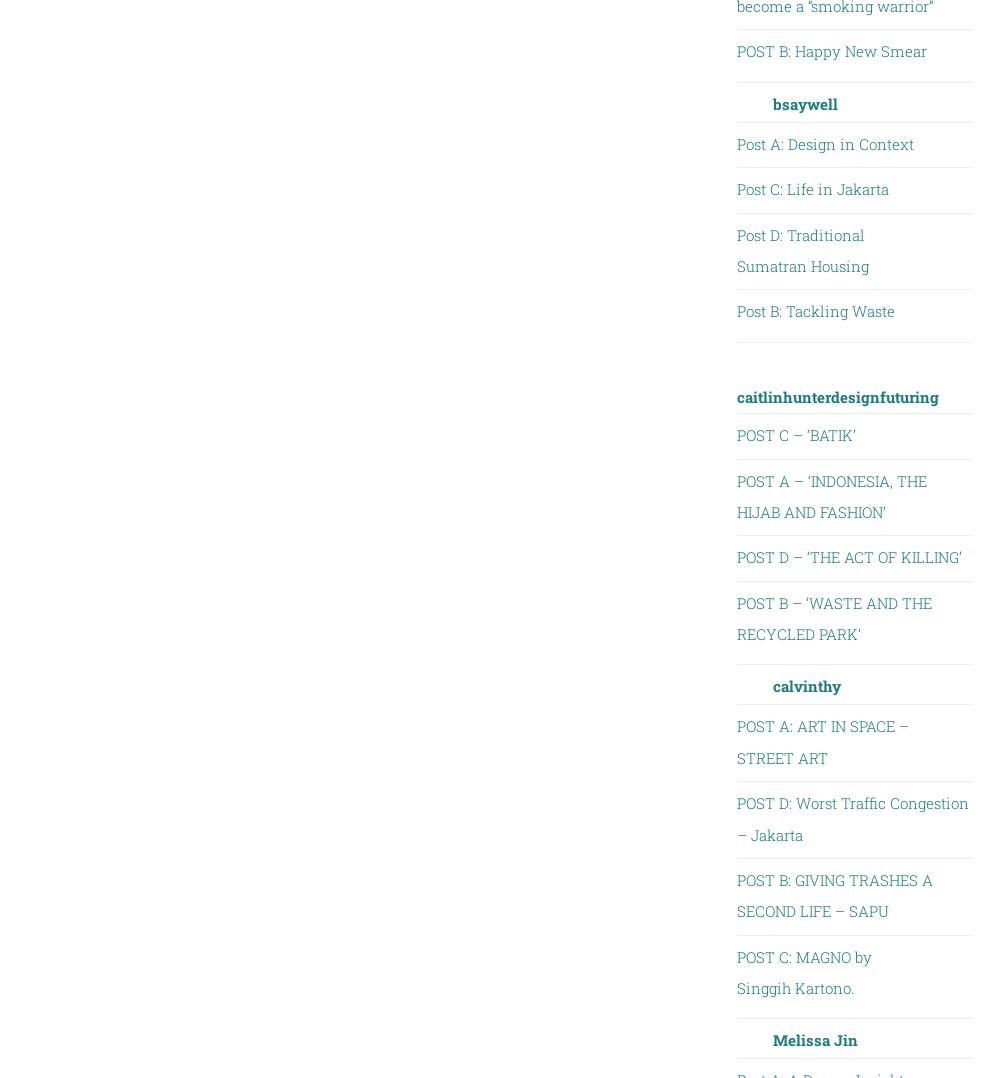 This screenshot has width=1000, height=1078. Describe the element at coordinates (804, 101) in the screenshot. I see `'bsaywell'` at that location.